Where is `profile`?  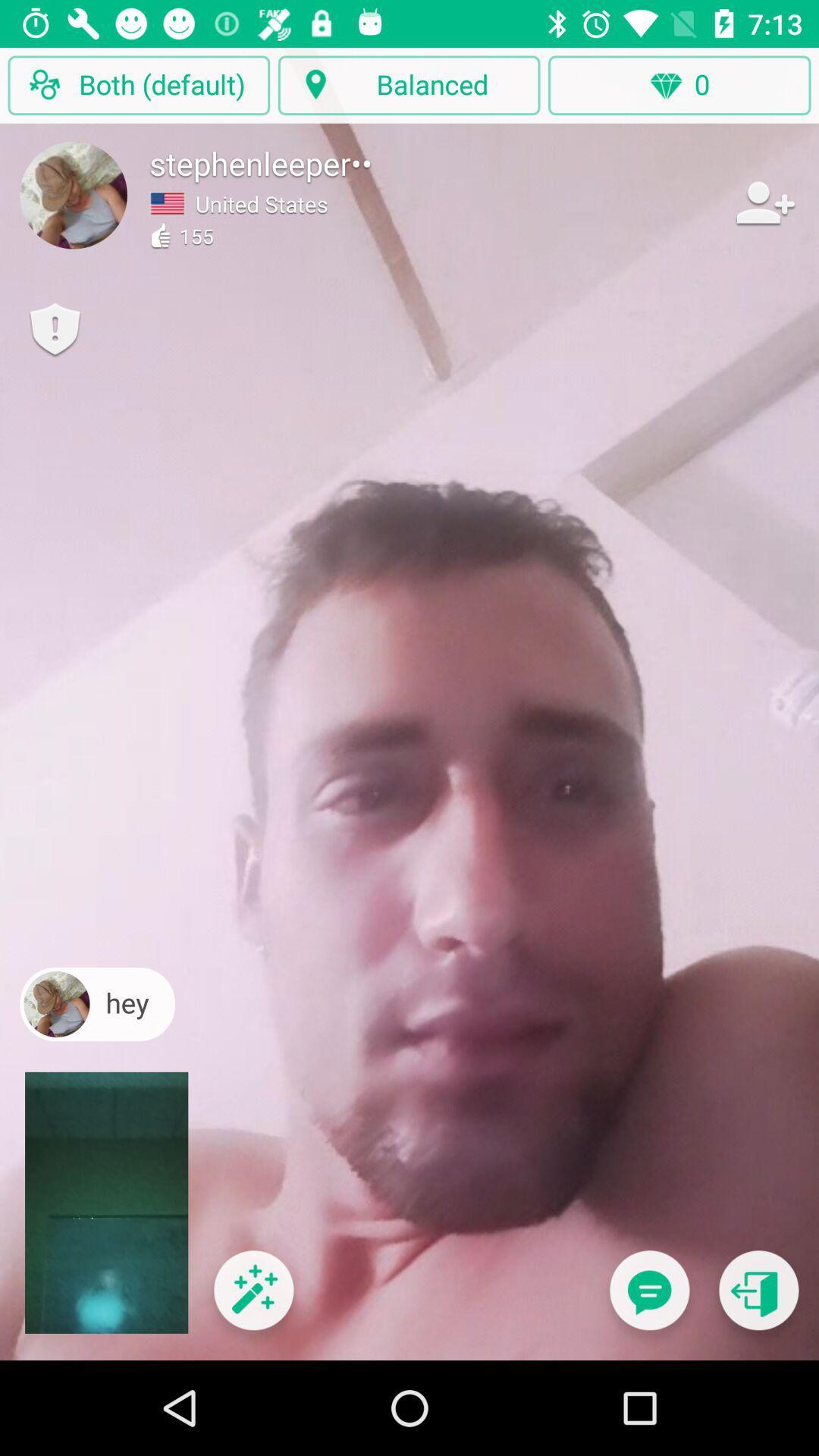 profile is located at coordinates (74, 194).